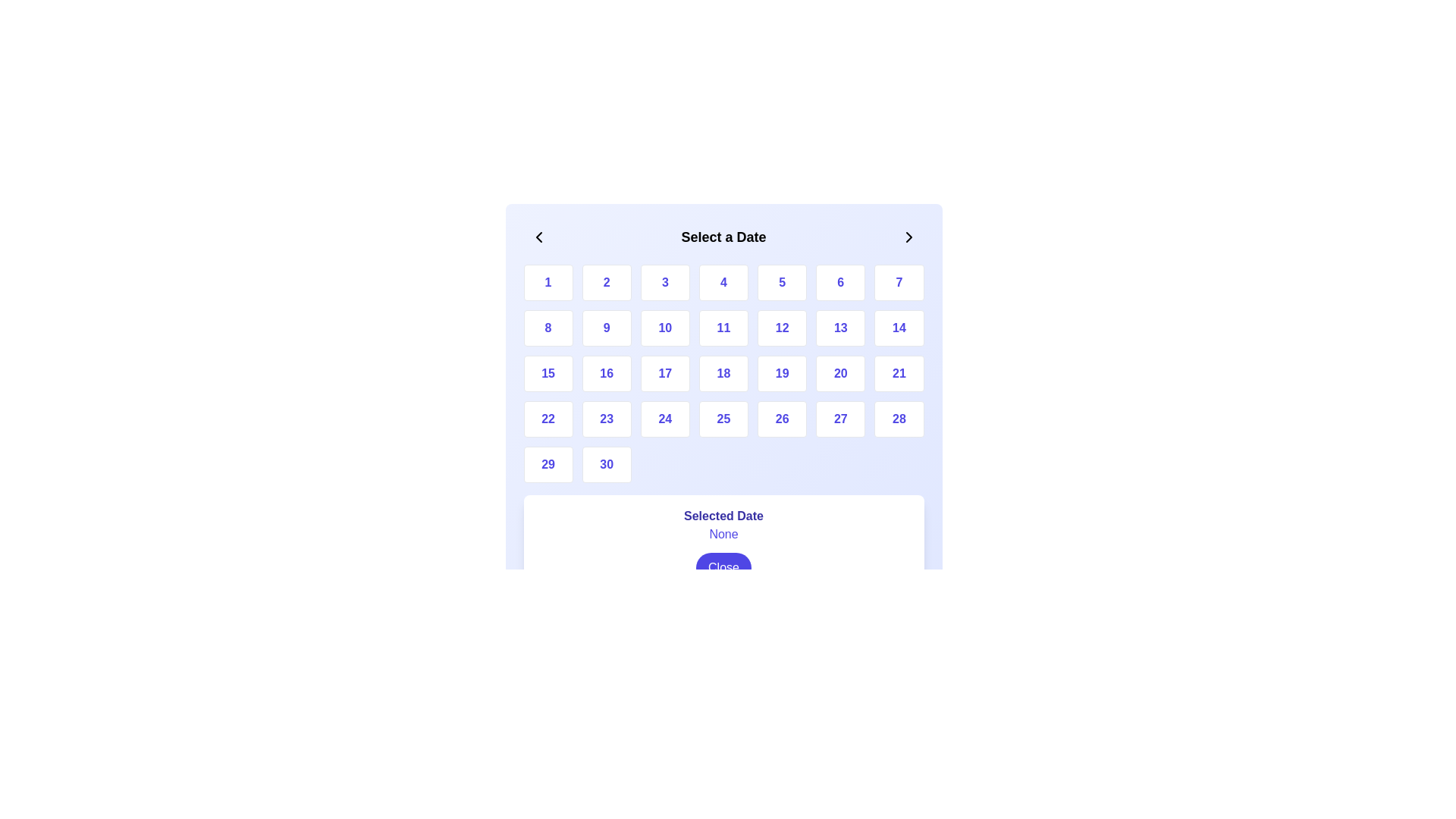 The image size is (1456, 819). Describe the element at coordinates (782, 283) in the screenshot. I see `the button representing the 5th day in the calendar interface` at that location.